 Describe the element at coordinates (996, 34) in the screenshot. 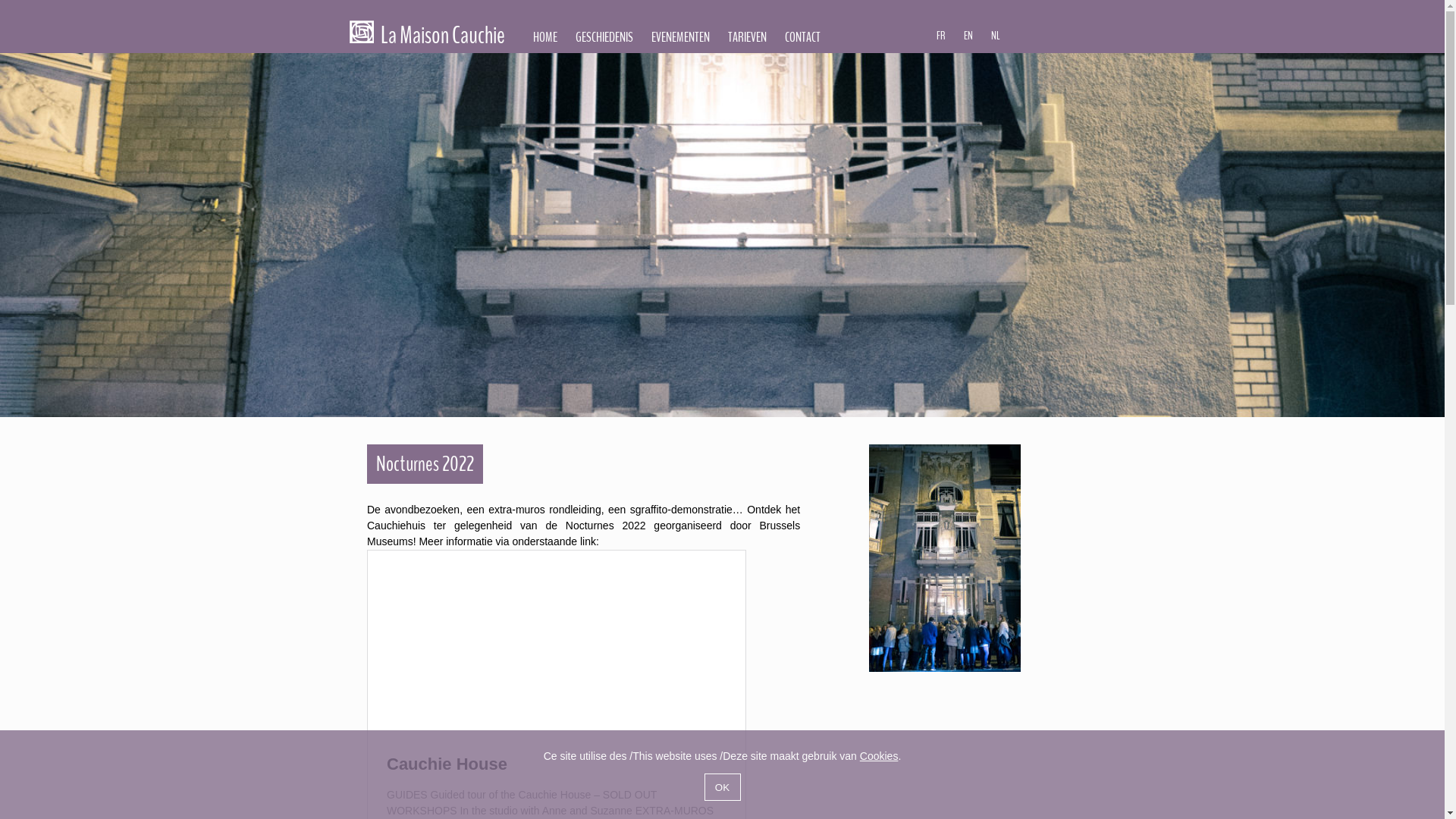

I see `'NL'` at that location.